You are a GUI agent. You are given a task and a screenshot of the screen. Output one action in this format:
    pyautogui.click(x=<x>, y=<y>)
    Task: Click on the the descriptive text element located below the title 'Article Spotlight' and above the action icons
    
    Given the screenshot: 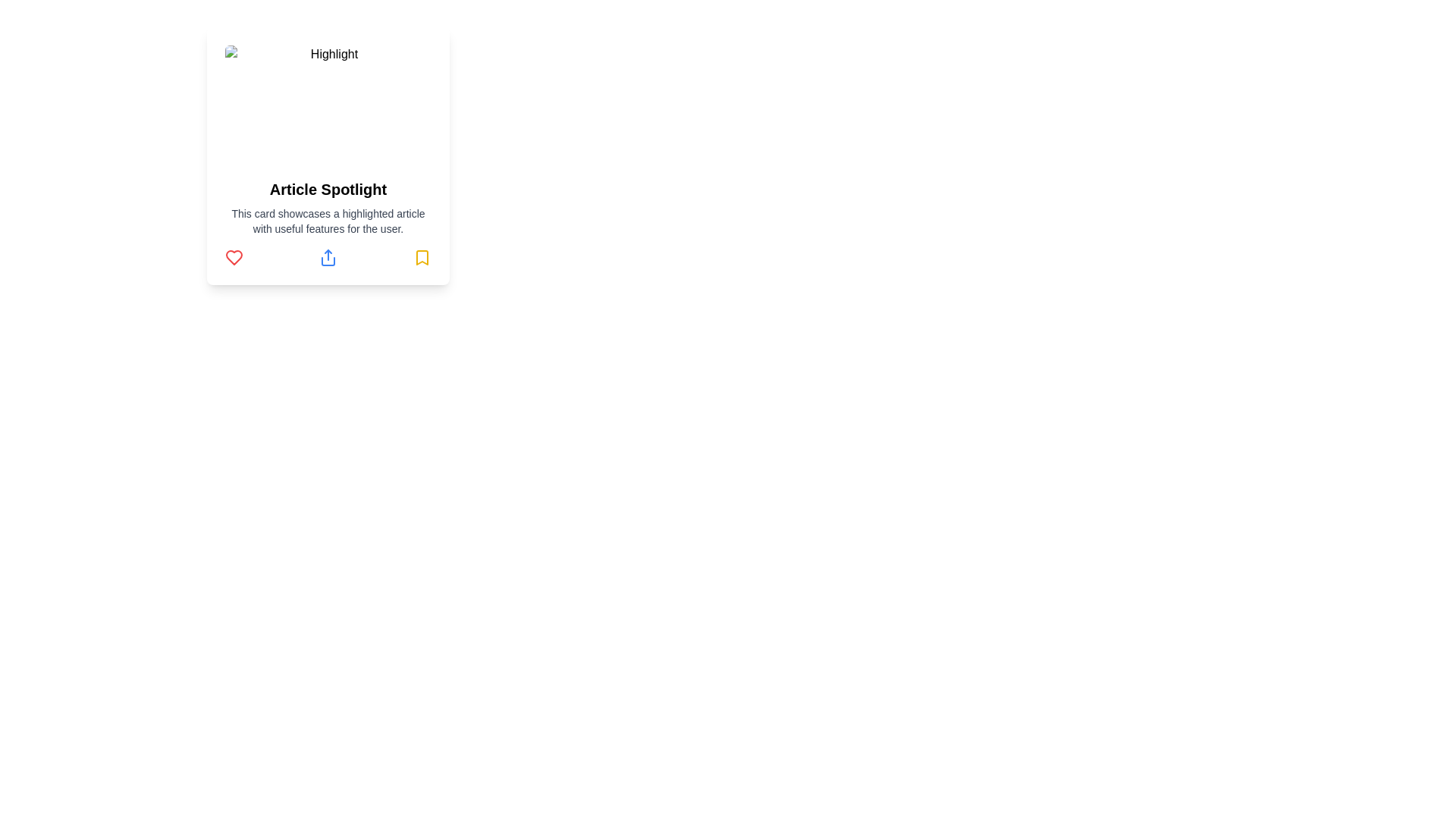 What is the action you would take?
    pyautogui.click(x=327, y=221)
    